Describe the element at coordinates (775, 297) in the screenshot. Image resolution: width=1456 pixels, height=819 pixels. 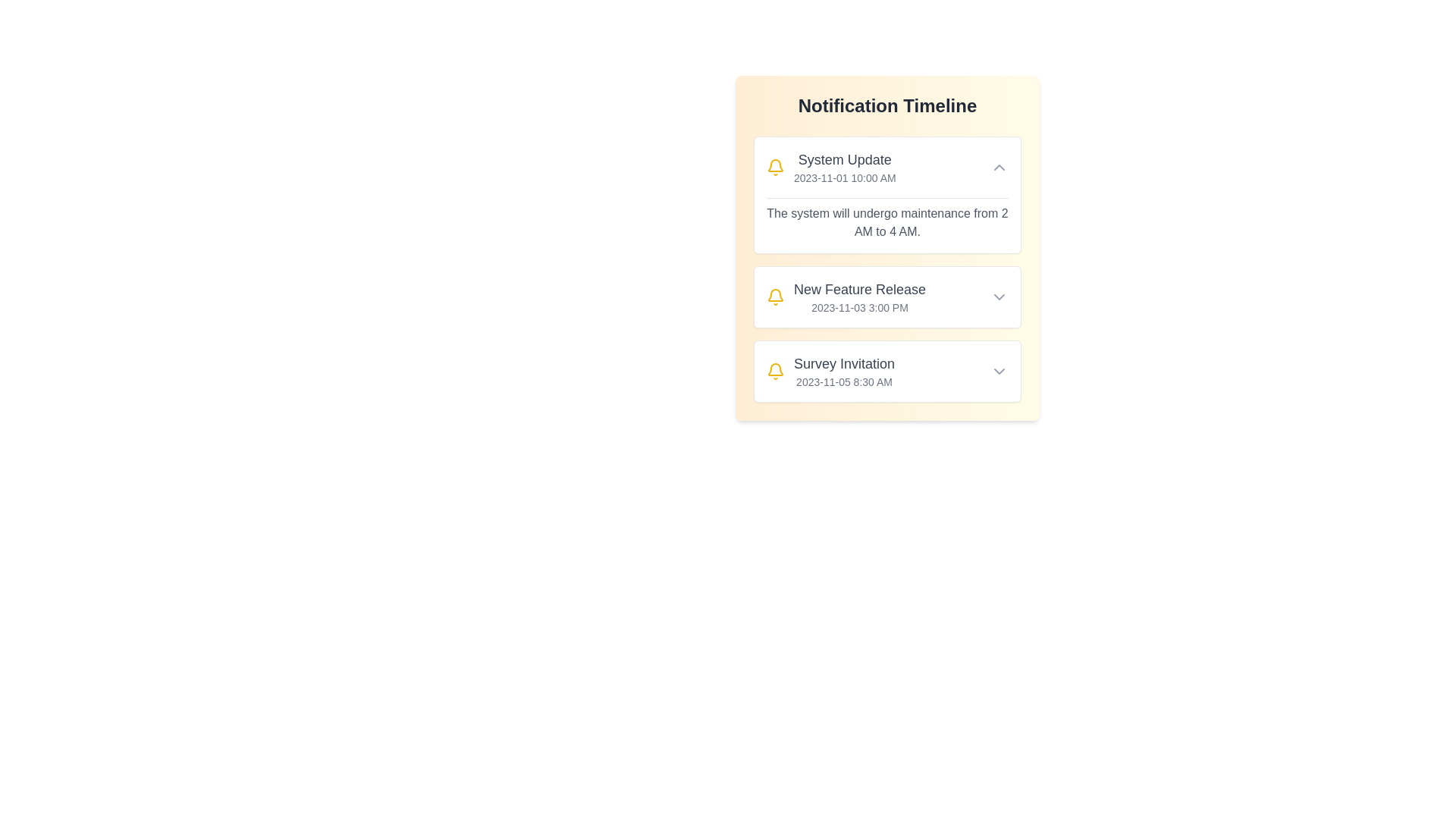
I see `the notification icon indicating the 'New Feature Release' entry in the 'Notification Timeline' list` at that location.